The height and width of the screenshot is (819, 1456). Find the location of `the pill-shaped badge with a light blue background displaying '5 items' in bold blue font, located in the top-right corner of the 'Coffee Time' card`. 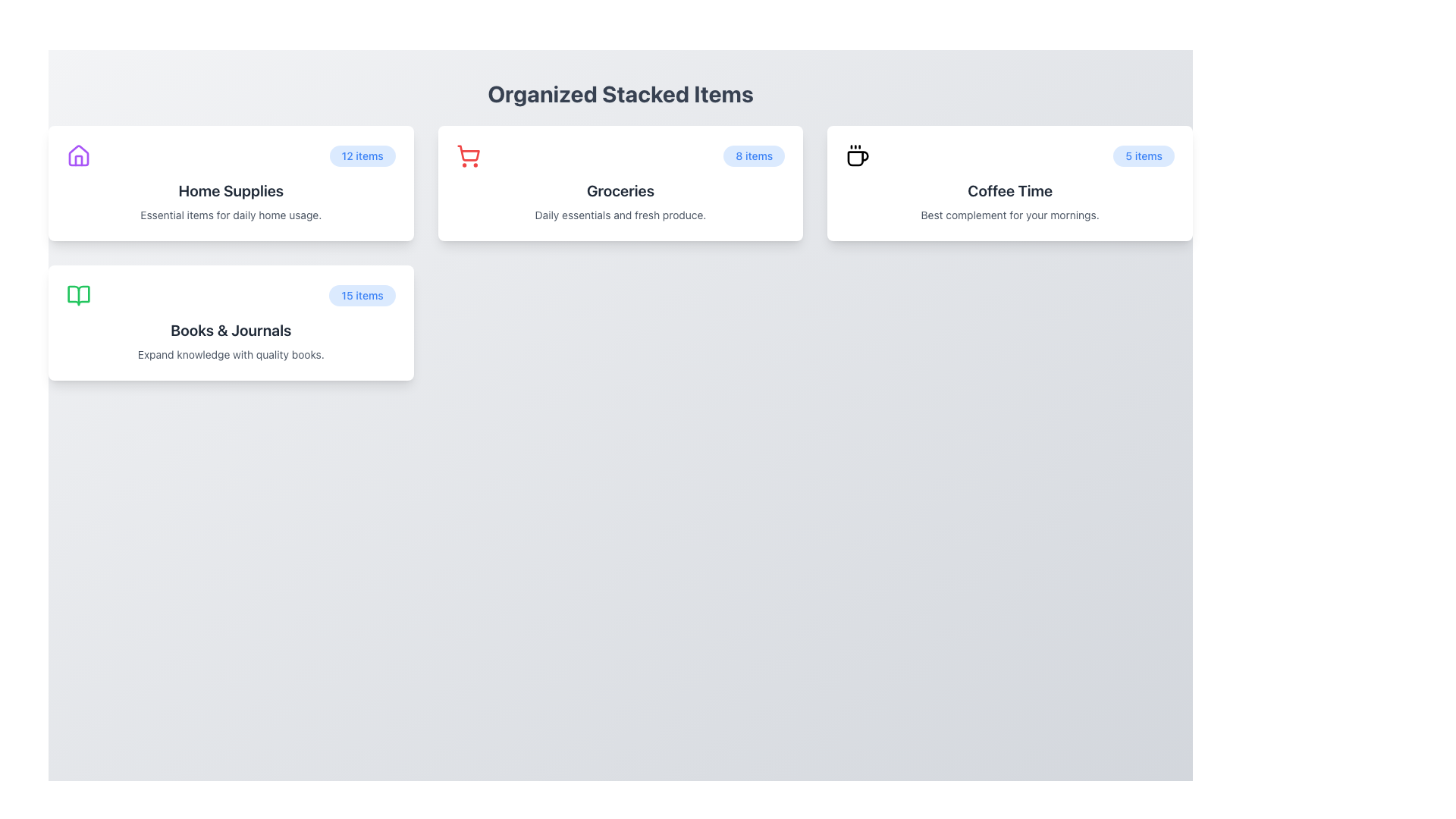

the pill-shaped badge with a light blue background displaying '5 items' in bold blue font, located in the top-right corner of the 'Coffee Time' card is located at coordinates (1144, 155).